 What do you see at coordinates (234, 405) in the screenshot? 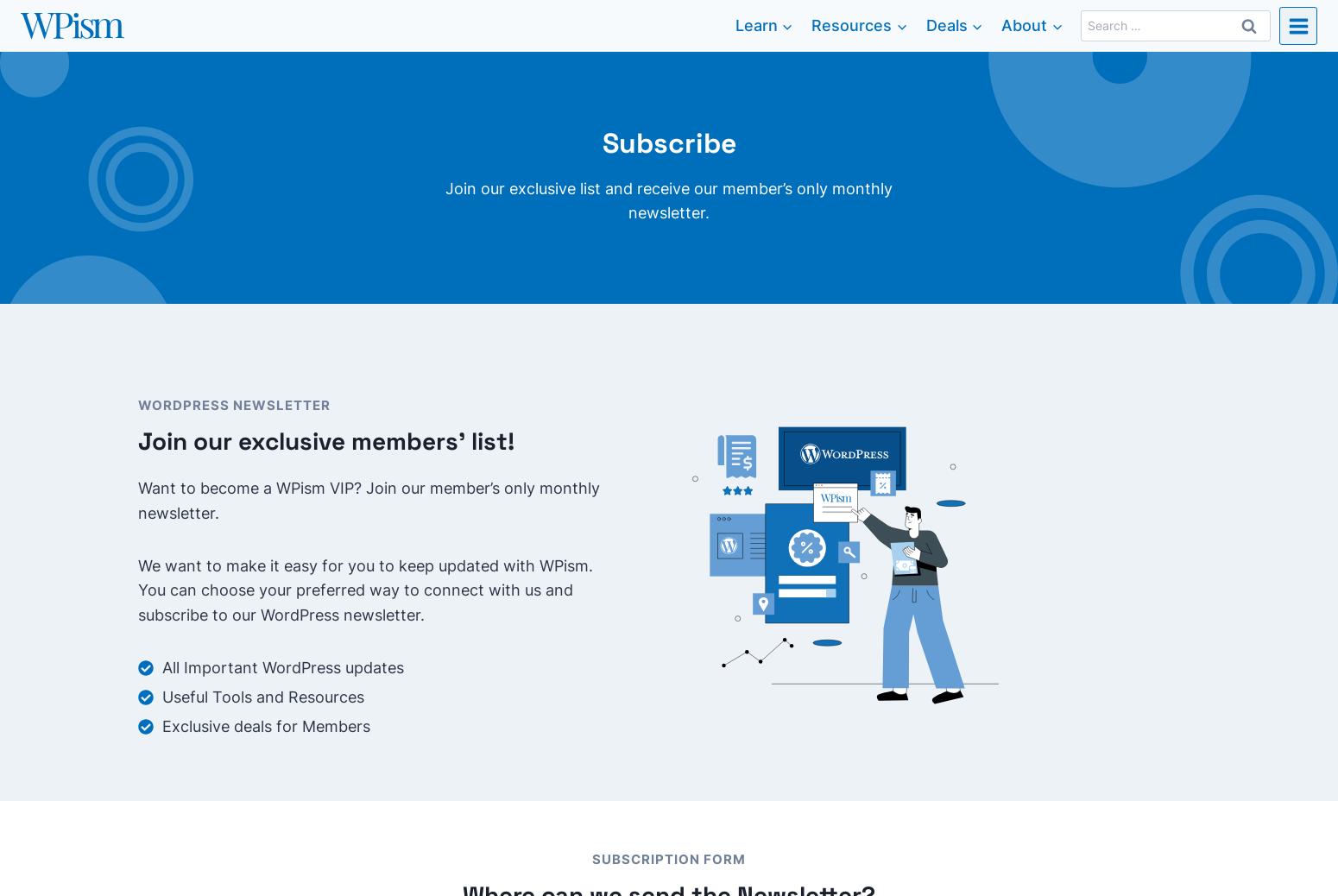
I see `'WordPress NewsLetter'` at bounding box center [234, 405].